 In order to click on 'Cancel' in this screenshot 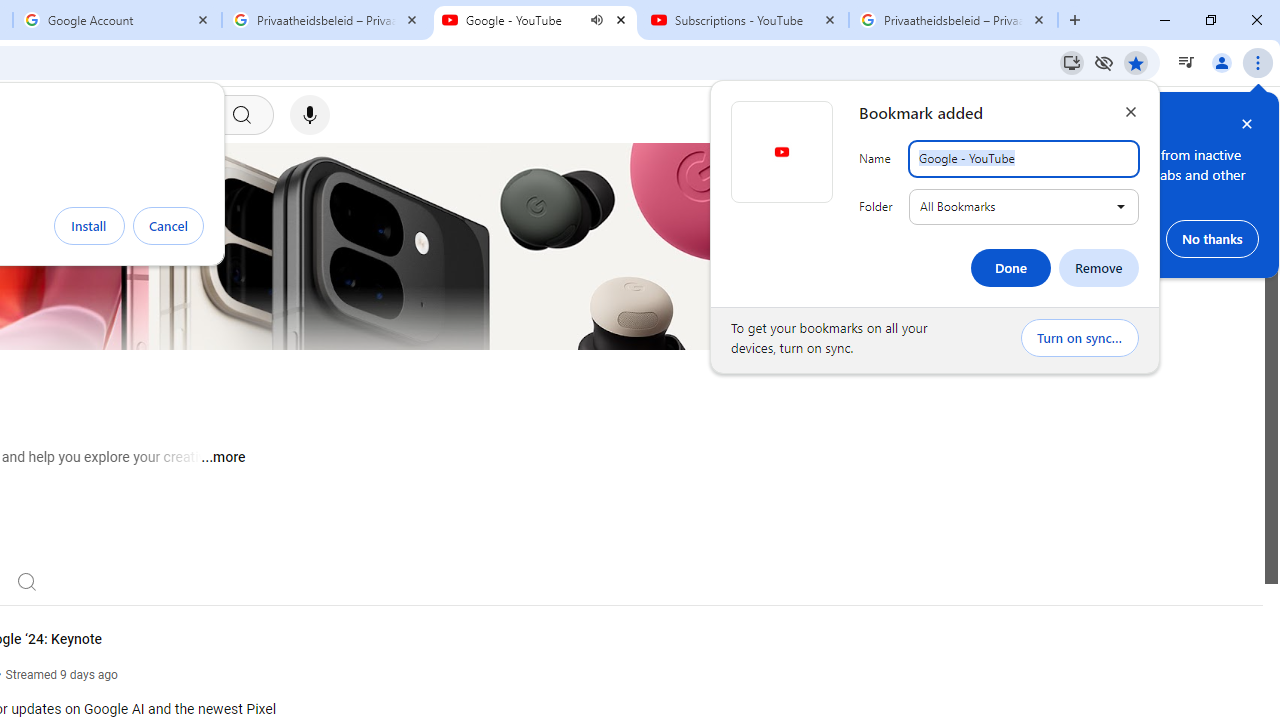, I will do `click(168, 225)`.